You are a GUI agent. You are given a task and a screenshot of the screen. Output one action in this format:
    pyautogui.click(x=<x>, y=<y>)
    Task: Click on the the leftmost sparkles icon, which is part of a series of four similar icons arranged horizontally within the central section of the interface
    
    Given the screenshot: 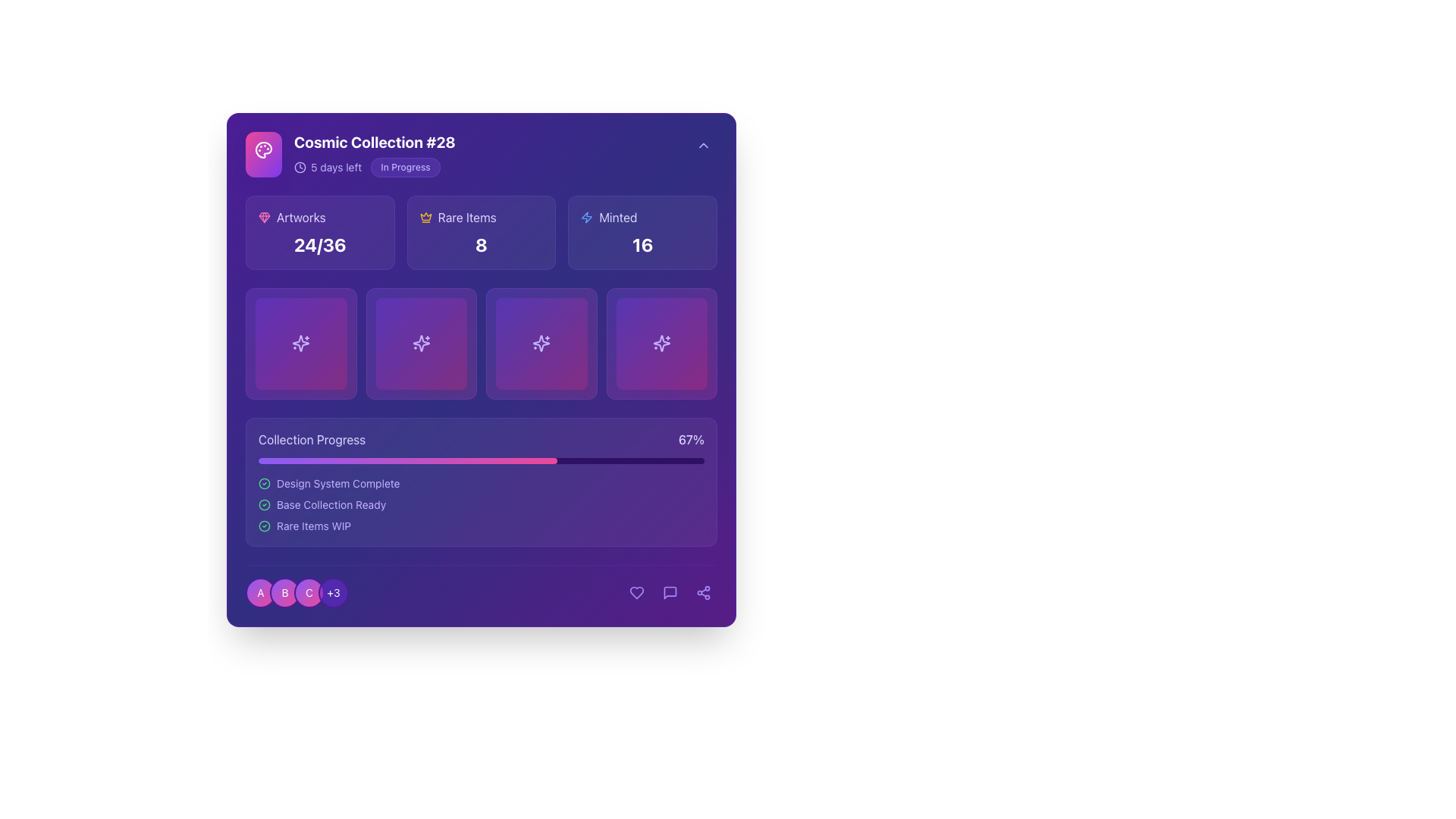 What is the action you would take?
    pyautogui.click(x=301, y=344)
    